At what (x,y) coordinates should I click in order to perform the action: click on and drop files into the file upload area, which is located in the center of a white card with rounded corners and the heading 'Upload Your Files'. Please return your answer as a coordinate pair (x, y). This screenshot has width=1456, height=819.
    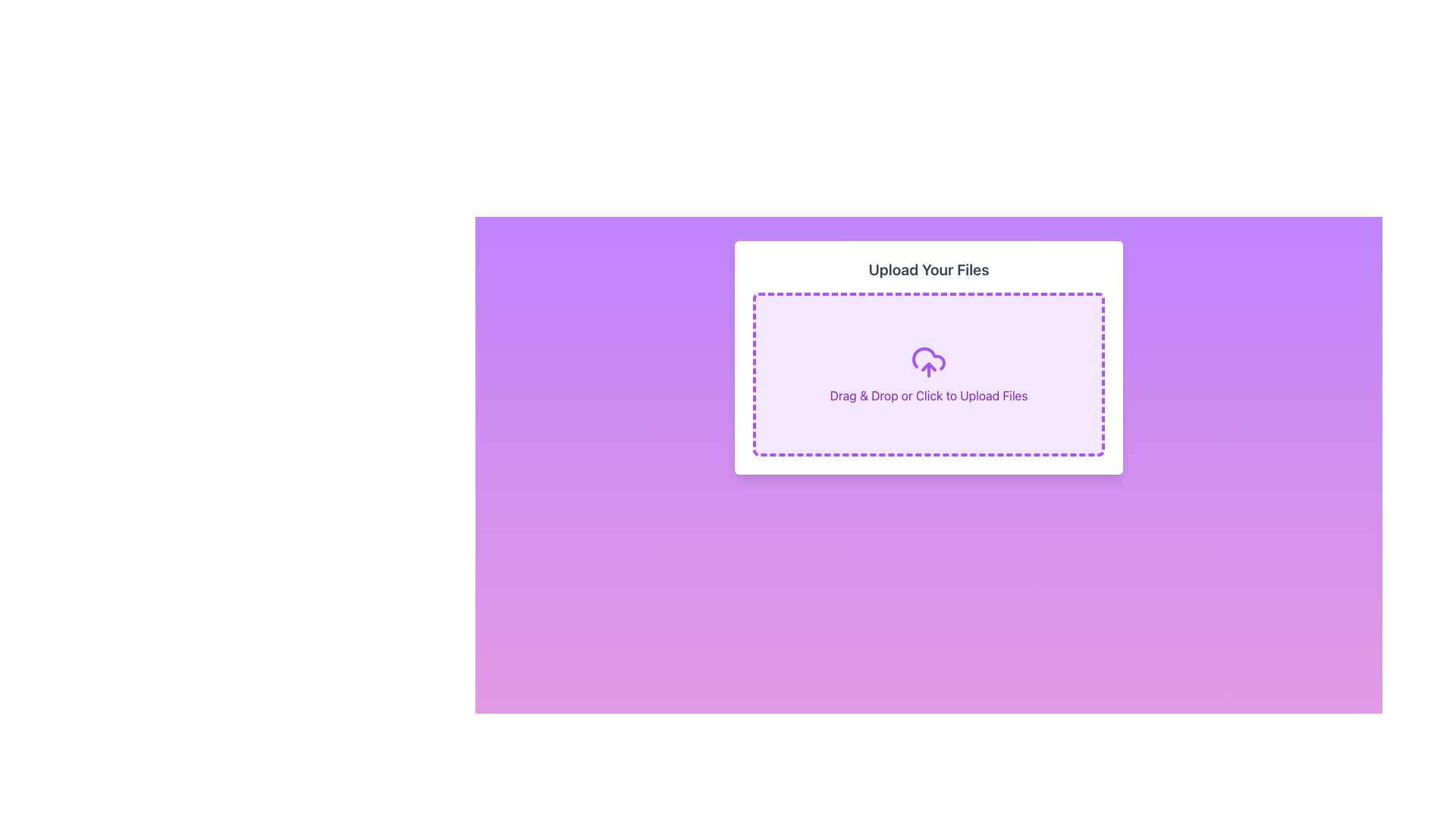
    Looking at the image, I should click on (927, 374).